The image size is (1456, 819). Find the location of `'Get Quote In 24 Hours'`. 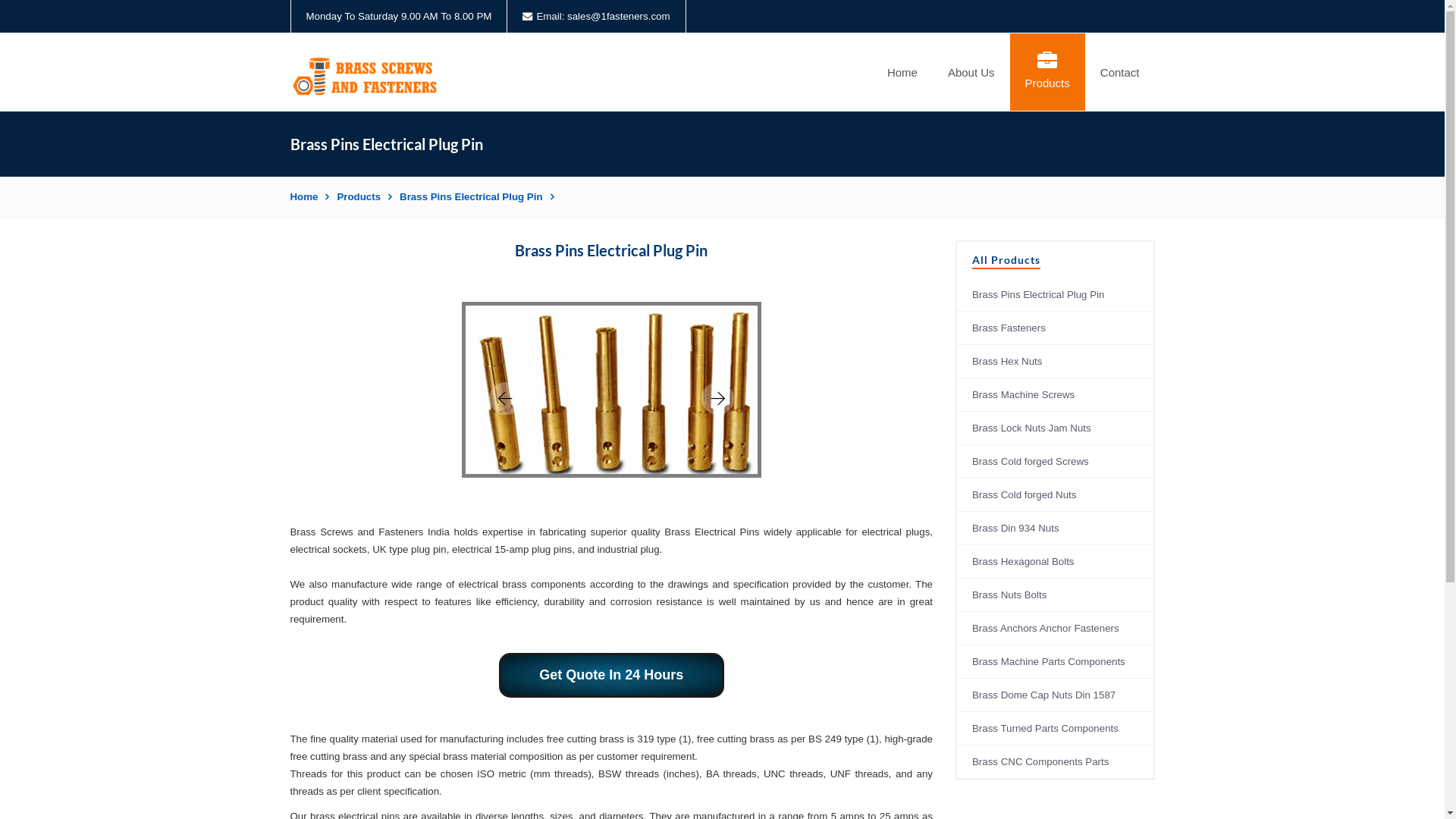

'Get Quote In 24 Hours' is located at coordinates (611, 674).